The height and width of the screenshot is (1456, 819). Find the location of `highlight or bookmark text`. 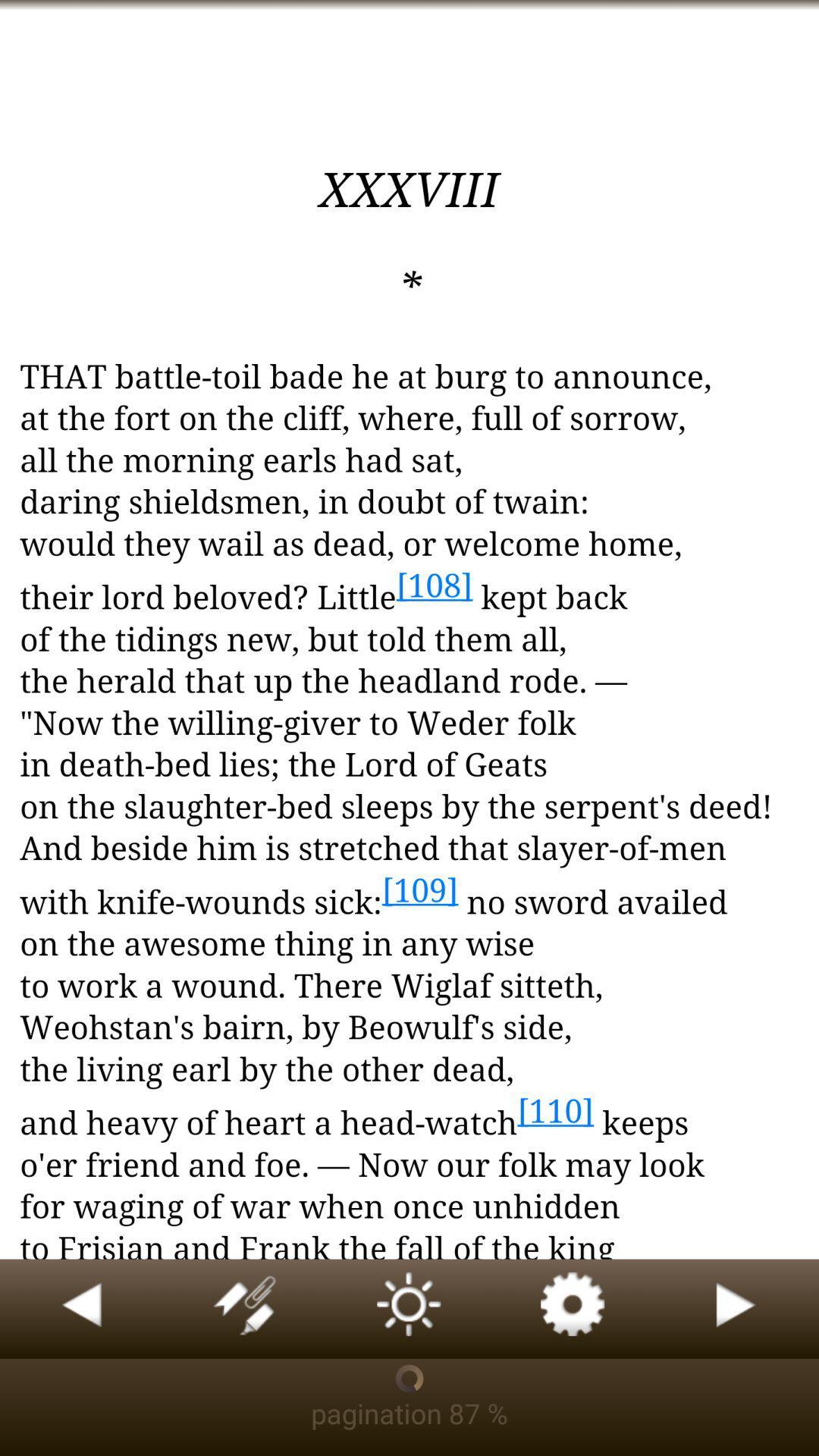

highlight or bookmark text is located at coordinates (245, 1308).